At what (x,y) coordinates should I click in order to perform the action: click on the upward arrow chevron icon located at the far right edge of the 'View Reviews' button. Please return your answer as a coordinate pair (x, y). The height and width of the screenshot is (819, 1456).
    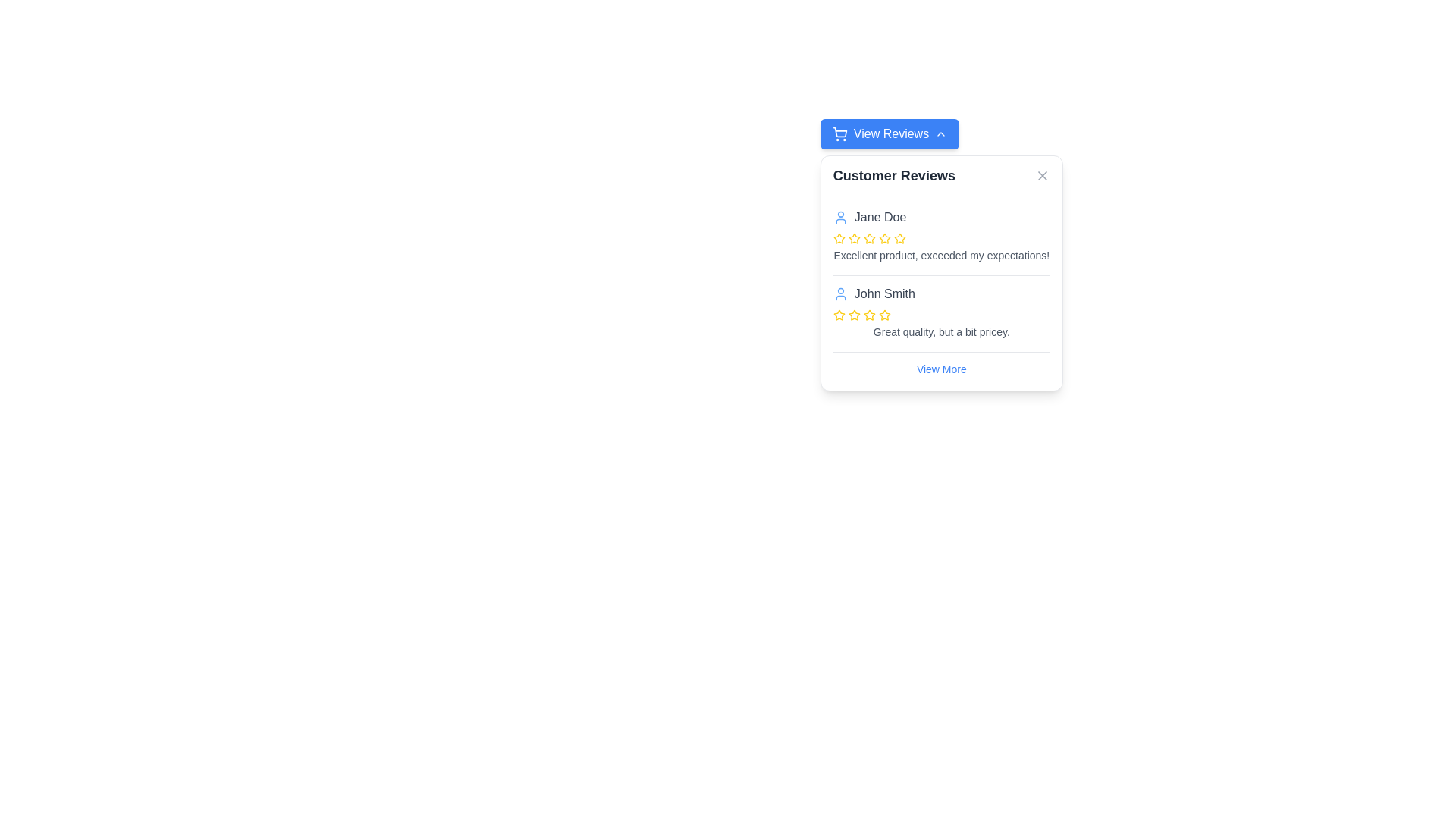
    Looking at the image, I should click on (940, 133).